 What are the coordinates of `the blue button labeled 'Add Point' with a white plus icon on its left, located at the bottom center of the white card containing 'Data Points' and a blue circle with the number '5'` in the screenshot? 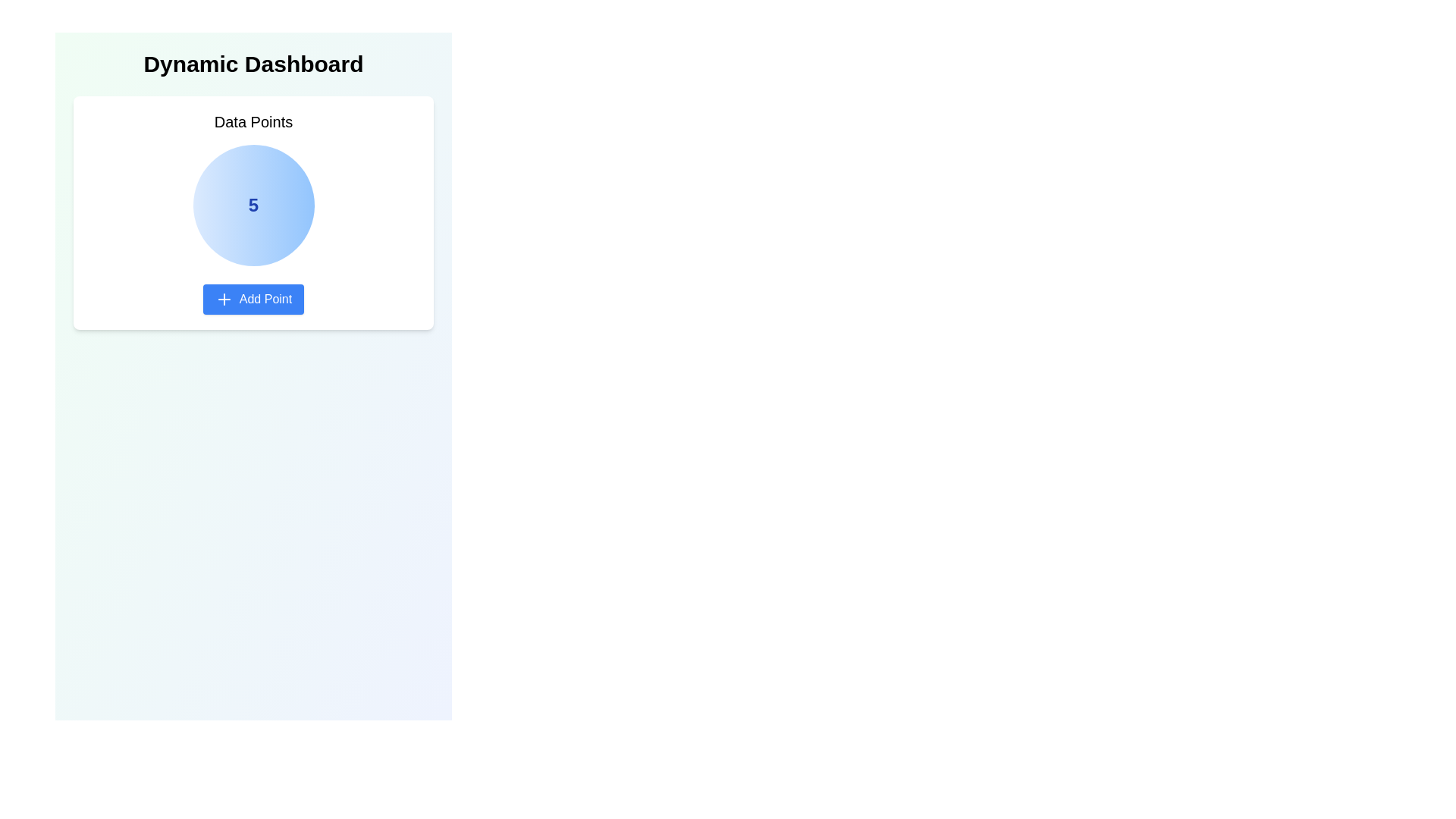 It's located at (253, 299).